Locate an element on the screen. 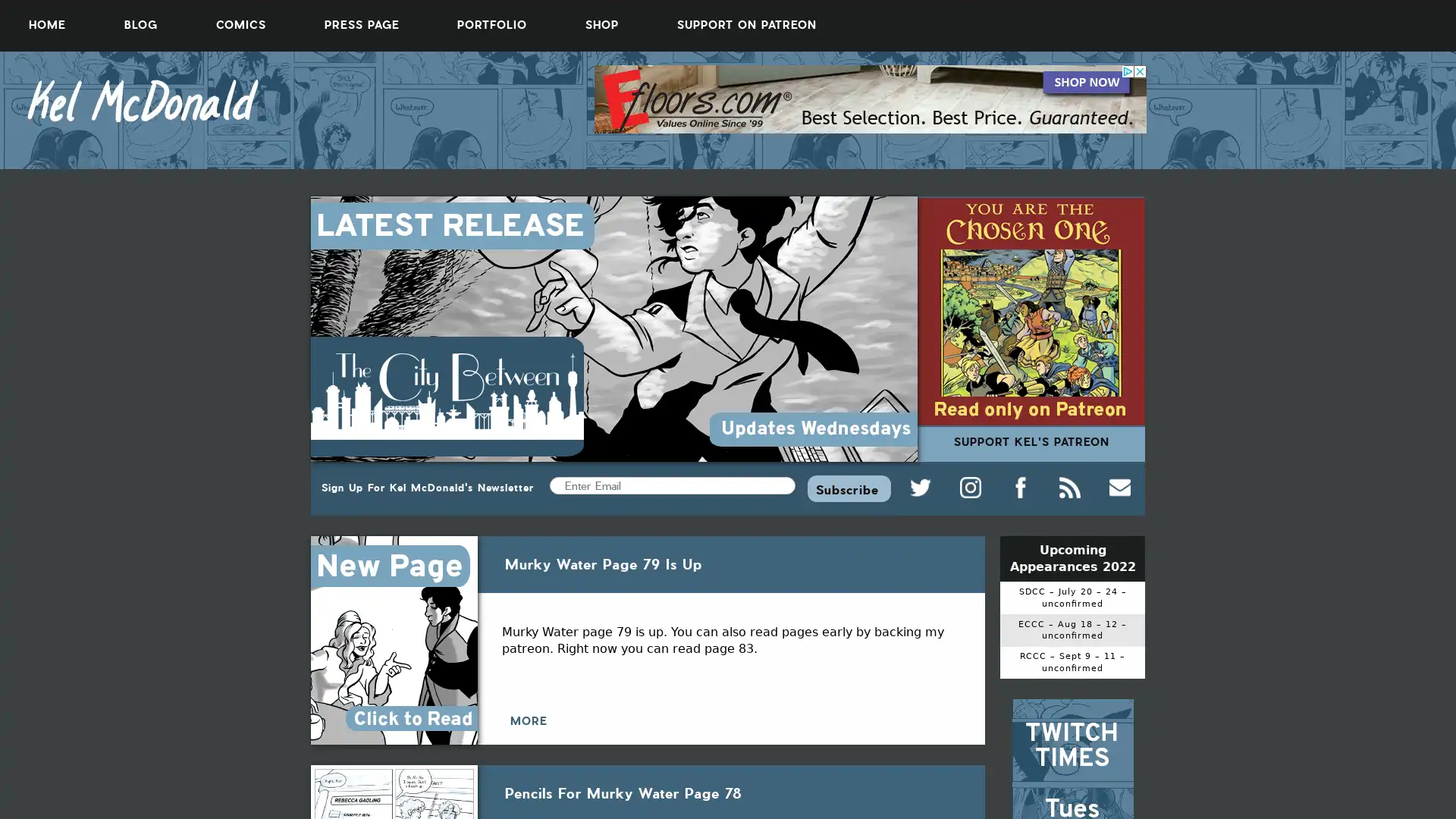  Subscribe is located at coordinates (848, 488).